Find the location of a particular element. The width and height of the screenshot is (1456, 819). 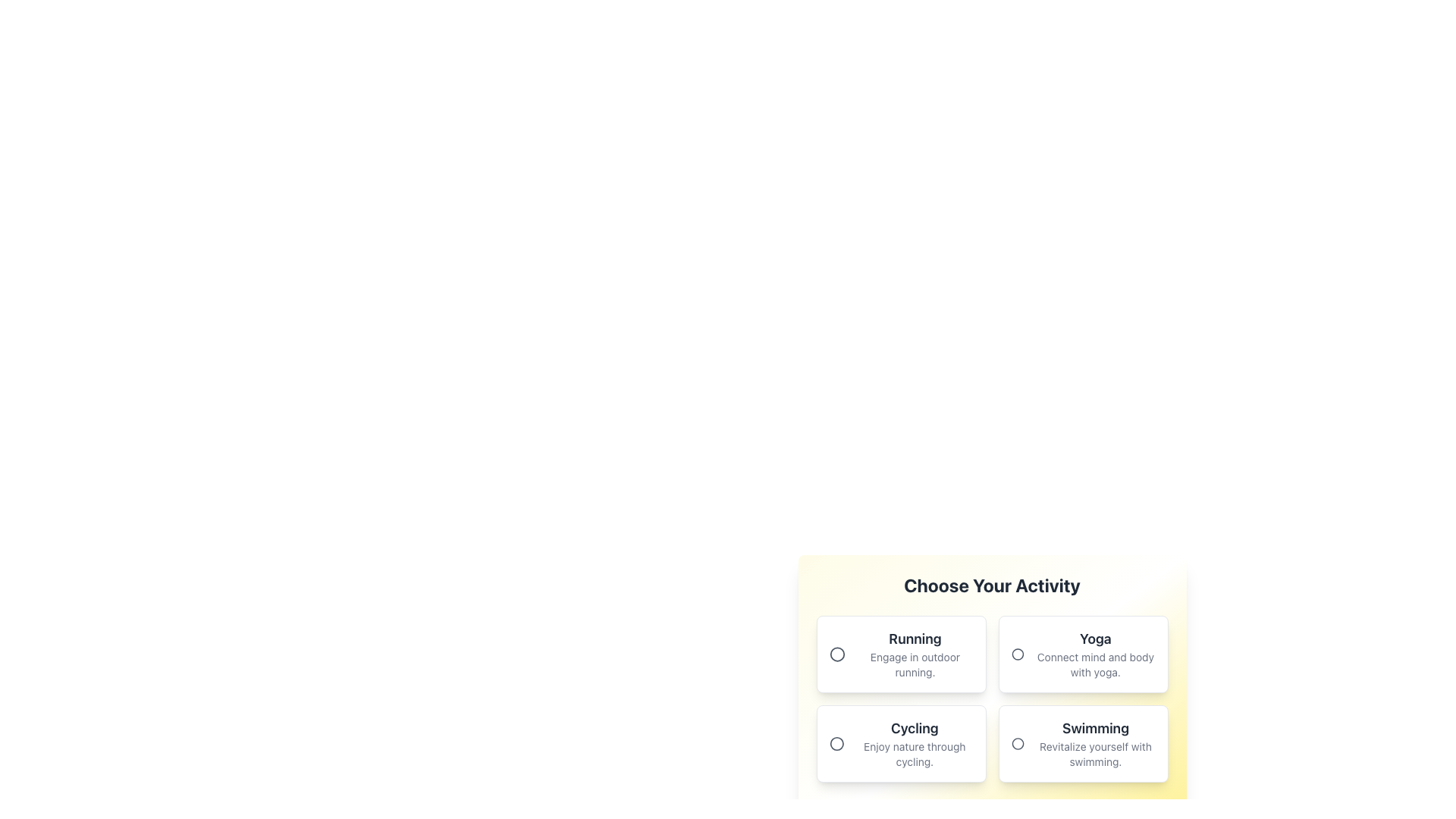

the static text element that reads 'Revitalize yourself with swimming.' which is styled in gray and located below the title 'Swimming' within the card layout is located at coordinates (1095, 755).